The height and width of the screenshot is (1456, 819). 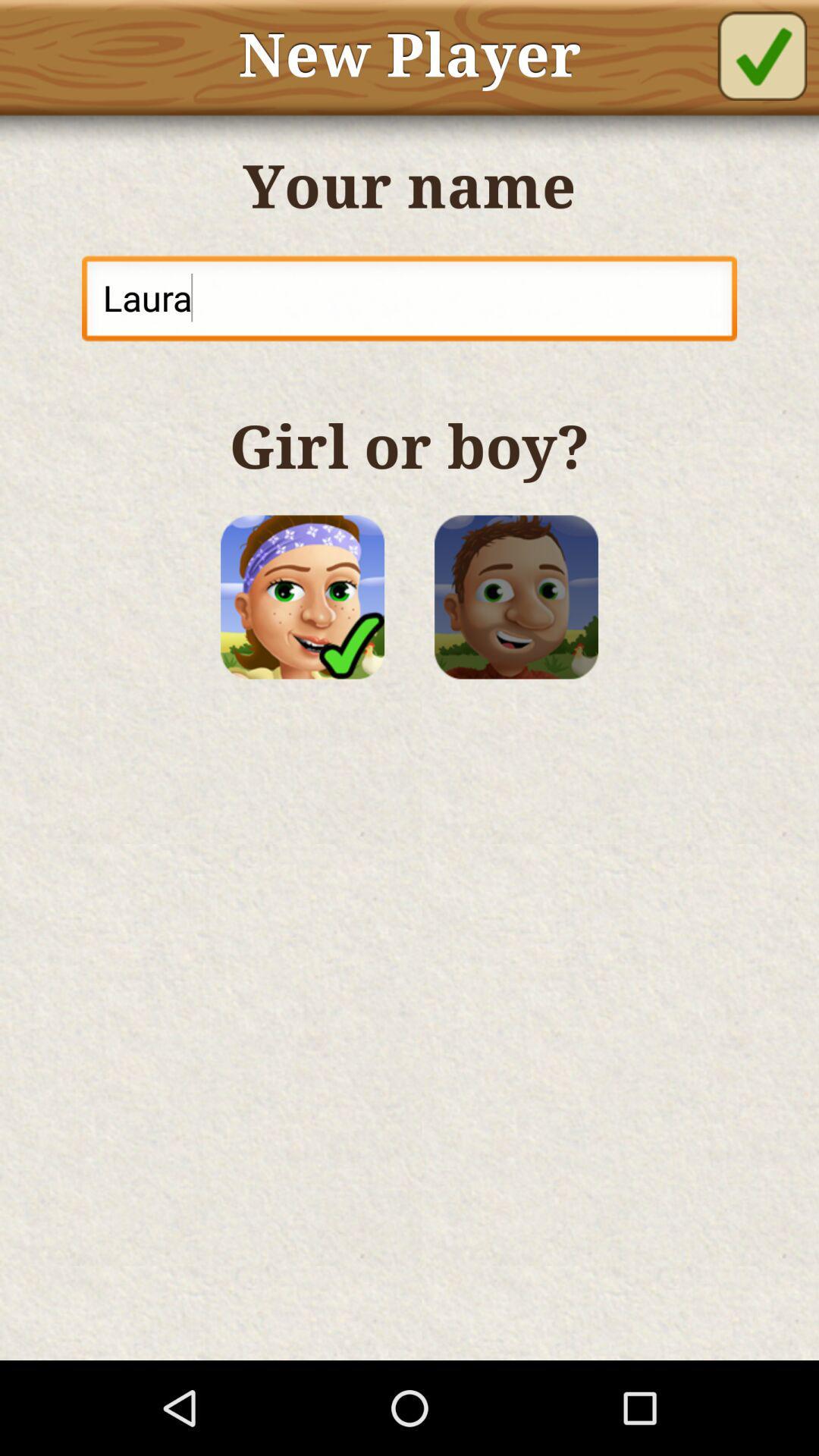 What do you see at coordinates (762, 55) in the screenshot?
I see `new player on` at bounding box center [762, 55].